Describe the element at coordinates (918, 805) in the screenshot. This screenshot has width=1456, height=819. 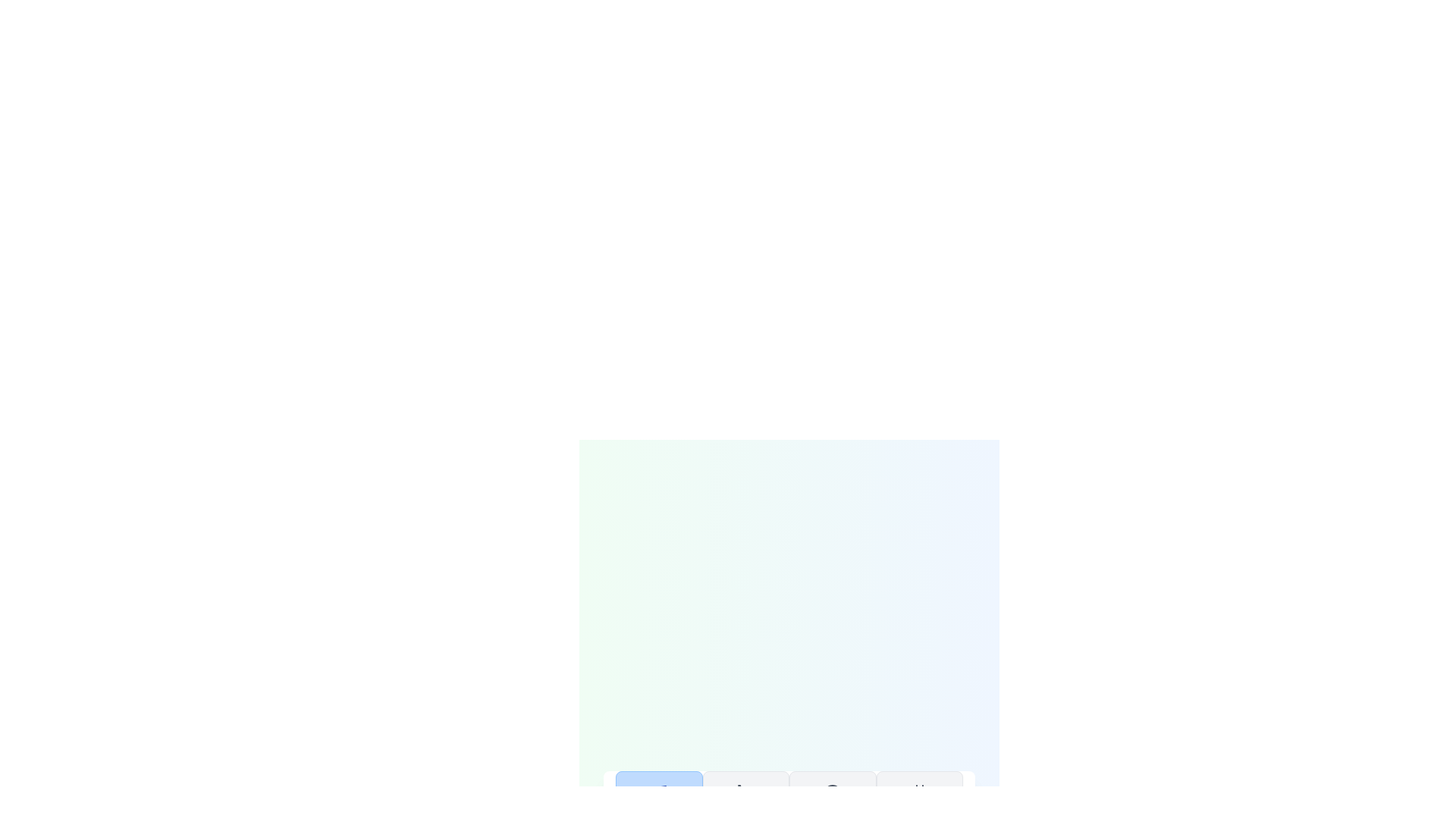
I see `the tab labeled Events` at that location.